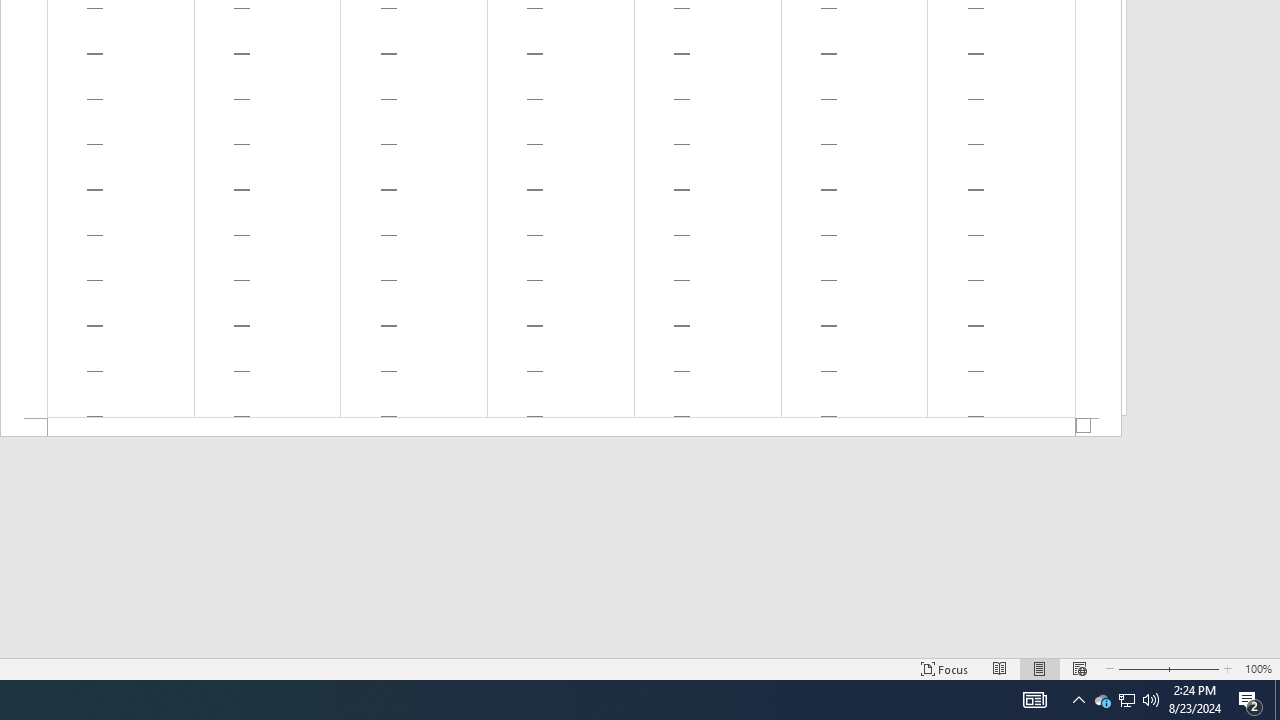 This screenshot has height=720, width=1280. Describe the element at coordinates (1000, 669) in the screenshot. I see `'Read Mode'` at that location.